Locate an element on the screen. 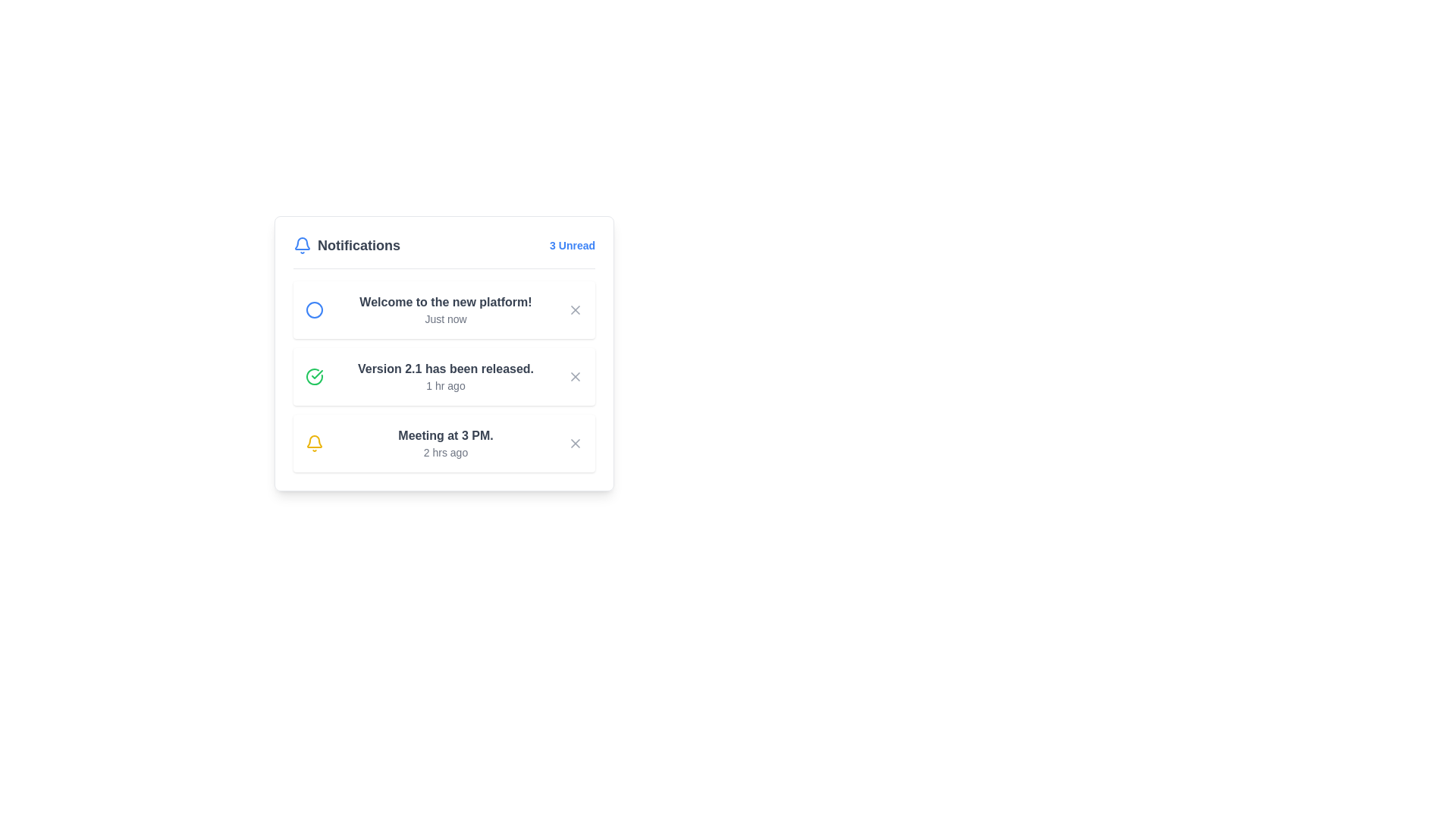 The image size is (1456, 819). the Close or Dismiss button located on the right side of the third notification entry, next to the text 'Meeting at 3 PM' is located at coordinates (574, 444).